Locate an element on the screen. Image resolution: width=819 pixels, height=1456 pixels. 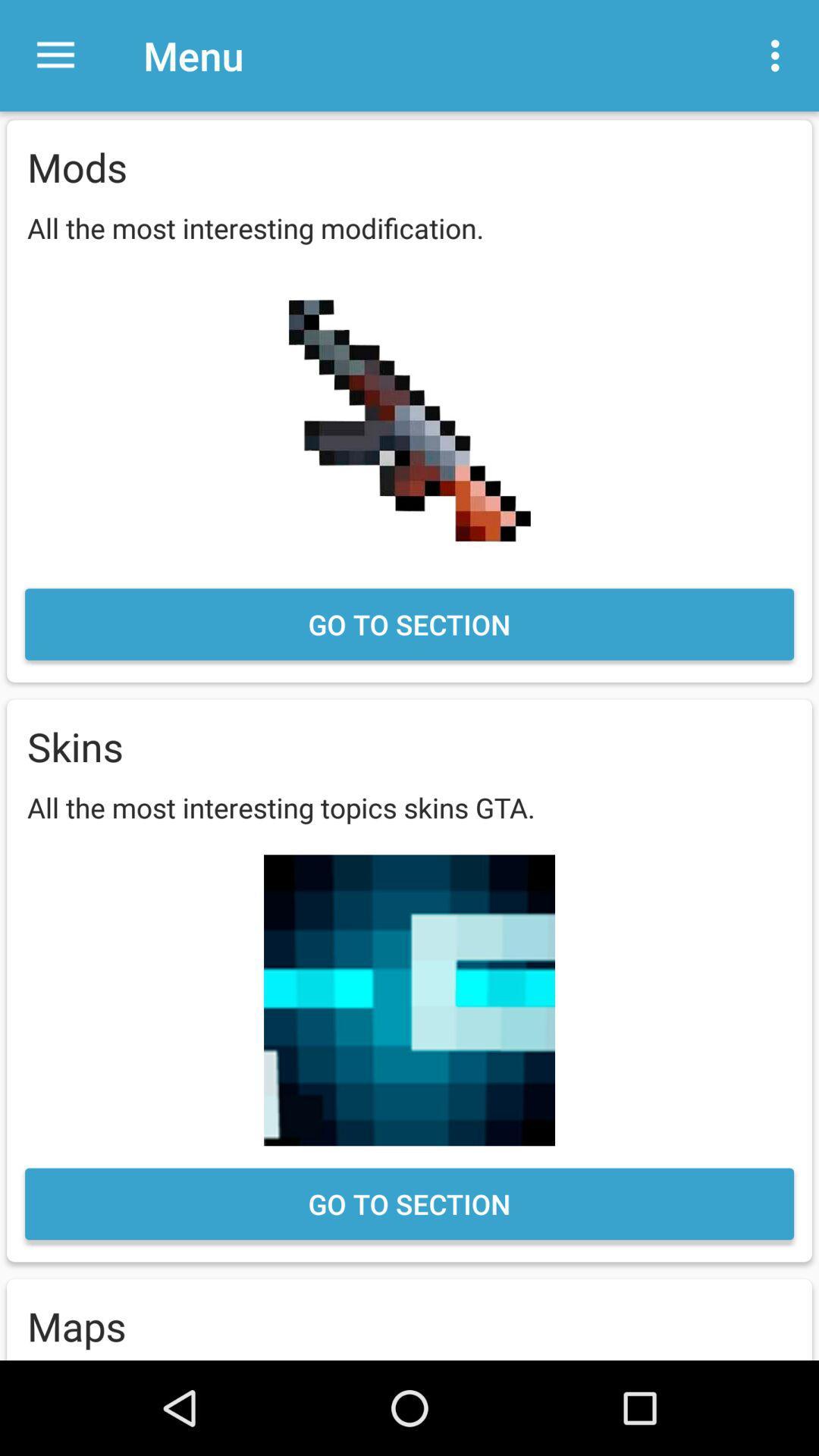
item to the left of the menu item is located at coordinates (55, 55).